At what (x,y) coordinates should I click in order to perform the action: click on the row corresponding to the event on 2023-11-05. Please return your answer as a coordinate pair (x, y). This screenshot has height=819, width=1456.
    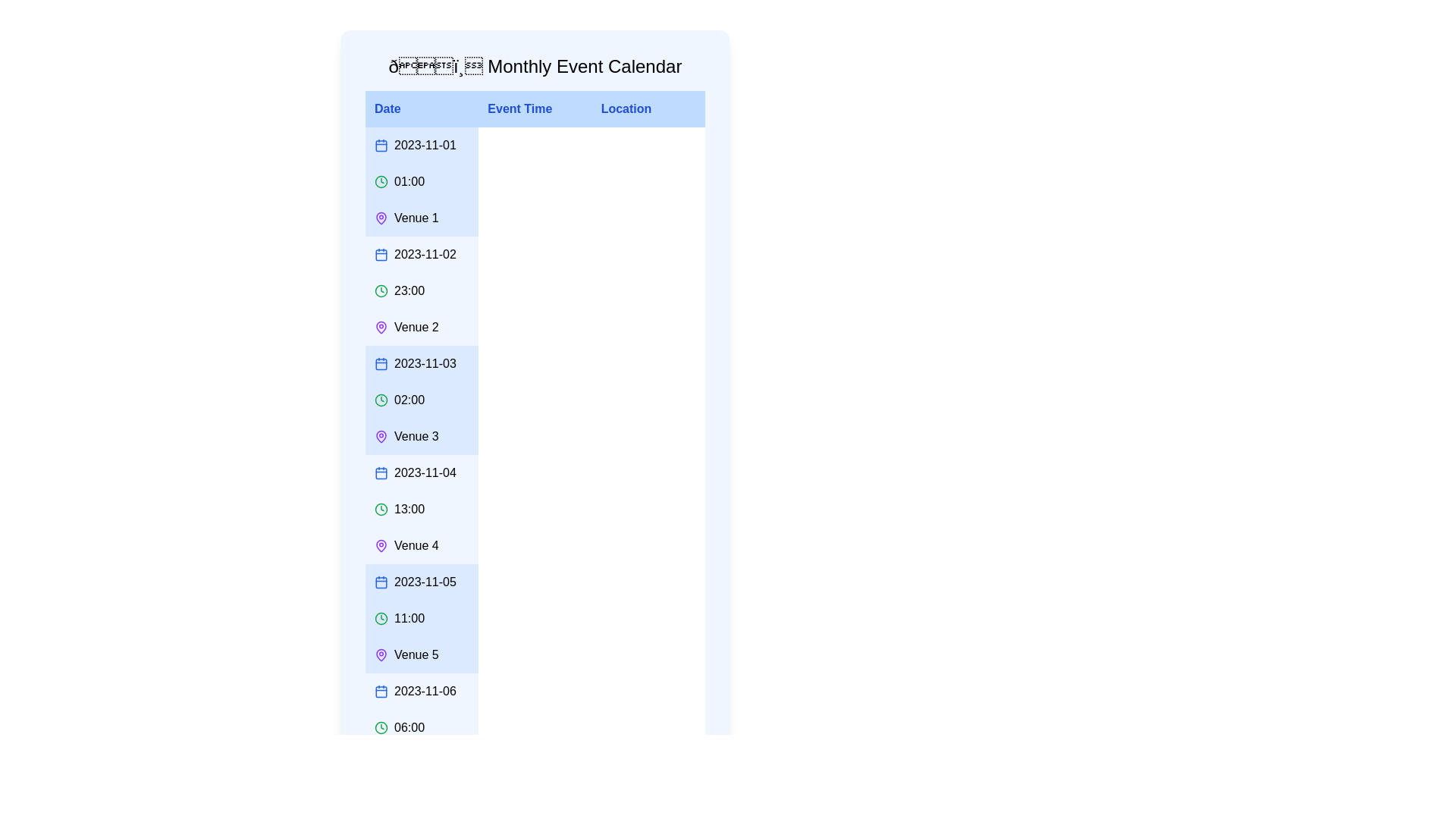
    Looking at the image, I should click on (535, 619).